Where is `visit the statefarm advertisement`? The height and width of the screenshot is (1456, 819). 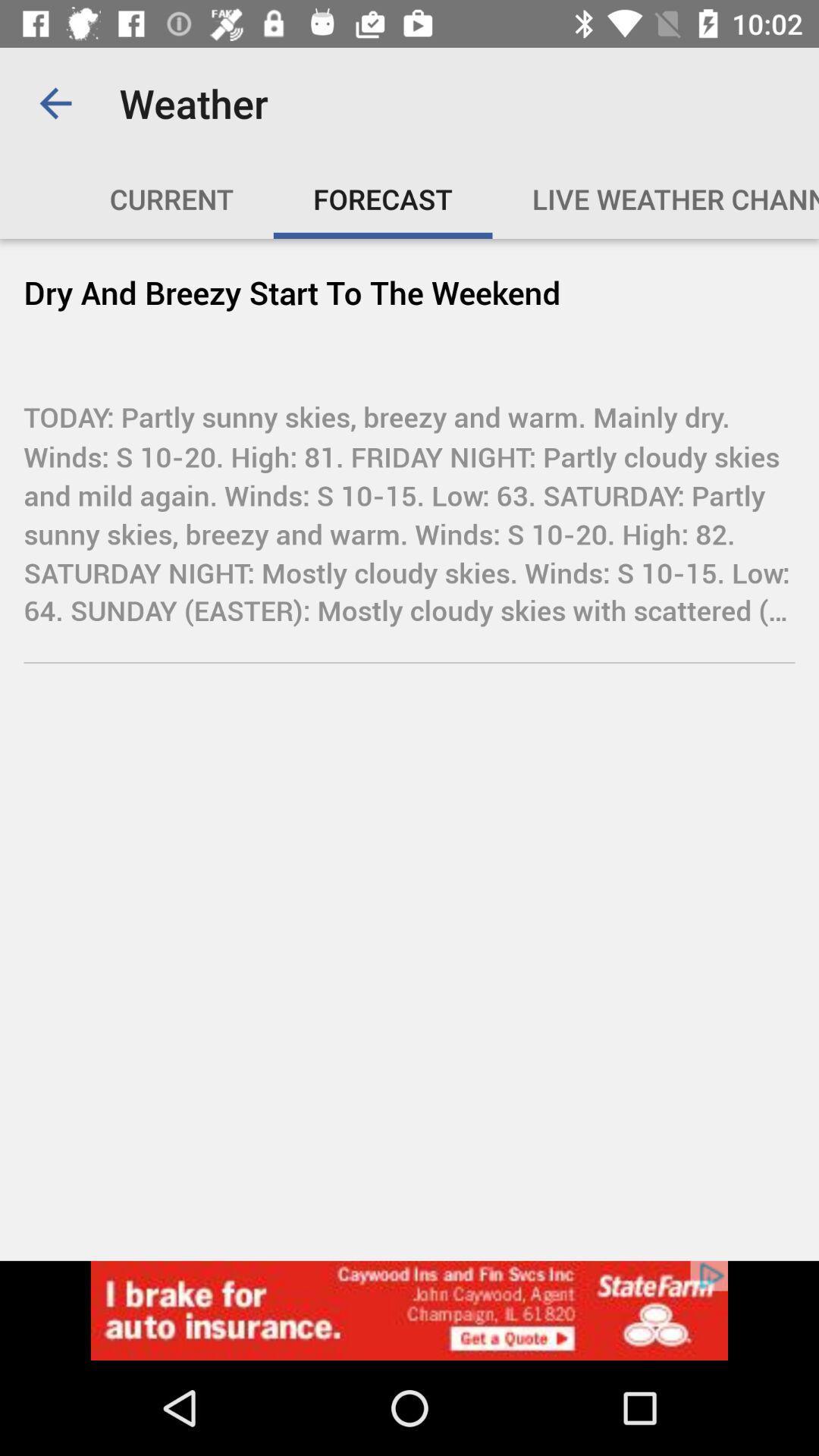 visit the statefarm advertisement is located at coordinates (409, 1310).